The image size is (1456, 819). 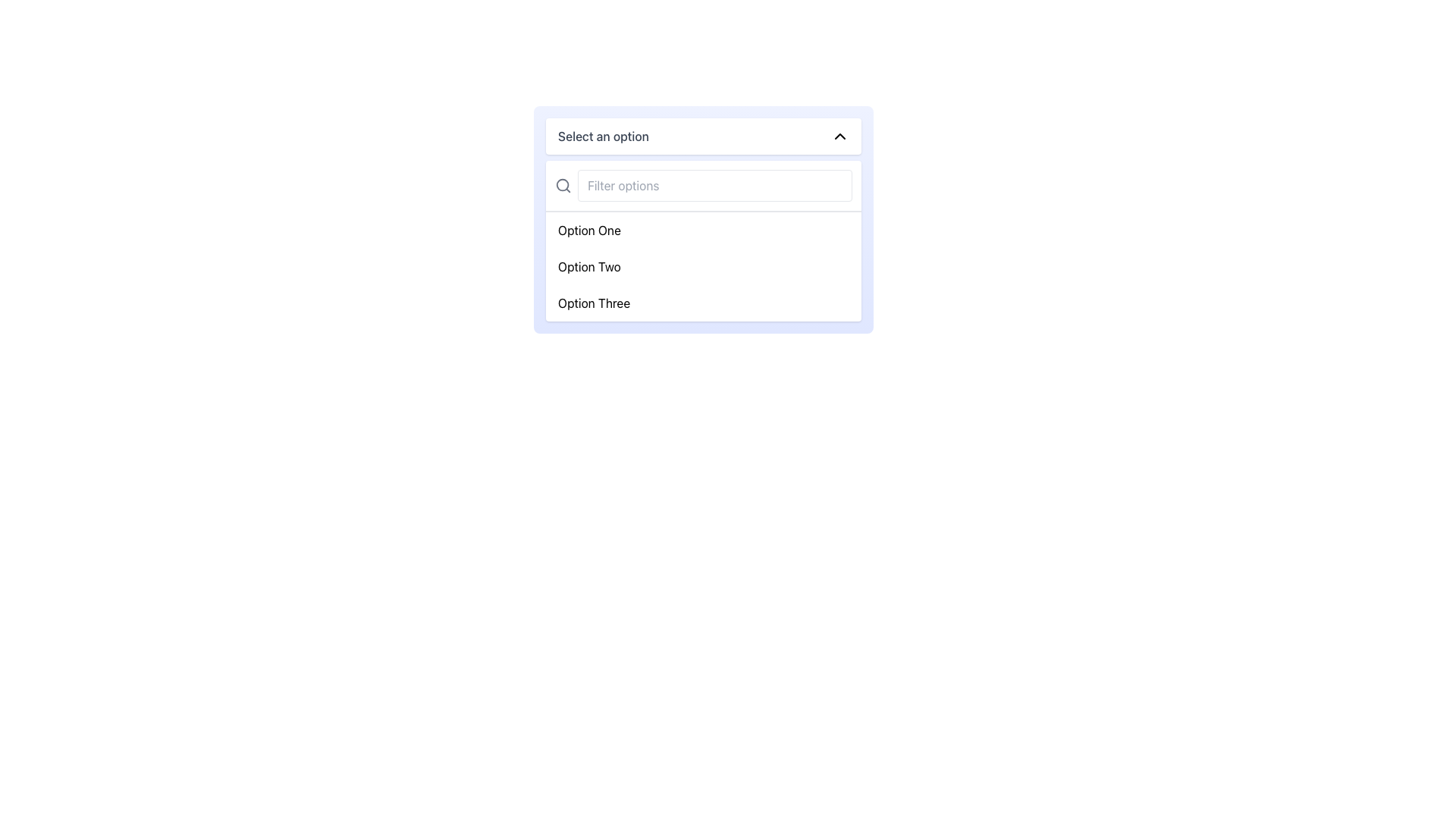 I want to click on the text label displaying 'Option Three' in black, so click(x=593, y=303).